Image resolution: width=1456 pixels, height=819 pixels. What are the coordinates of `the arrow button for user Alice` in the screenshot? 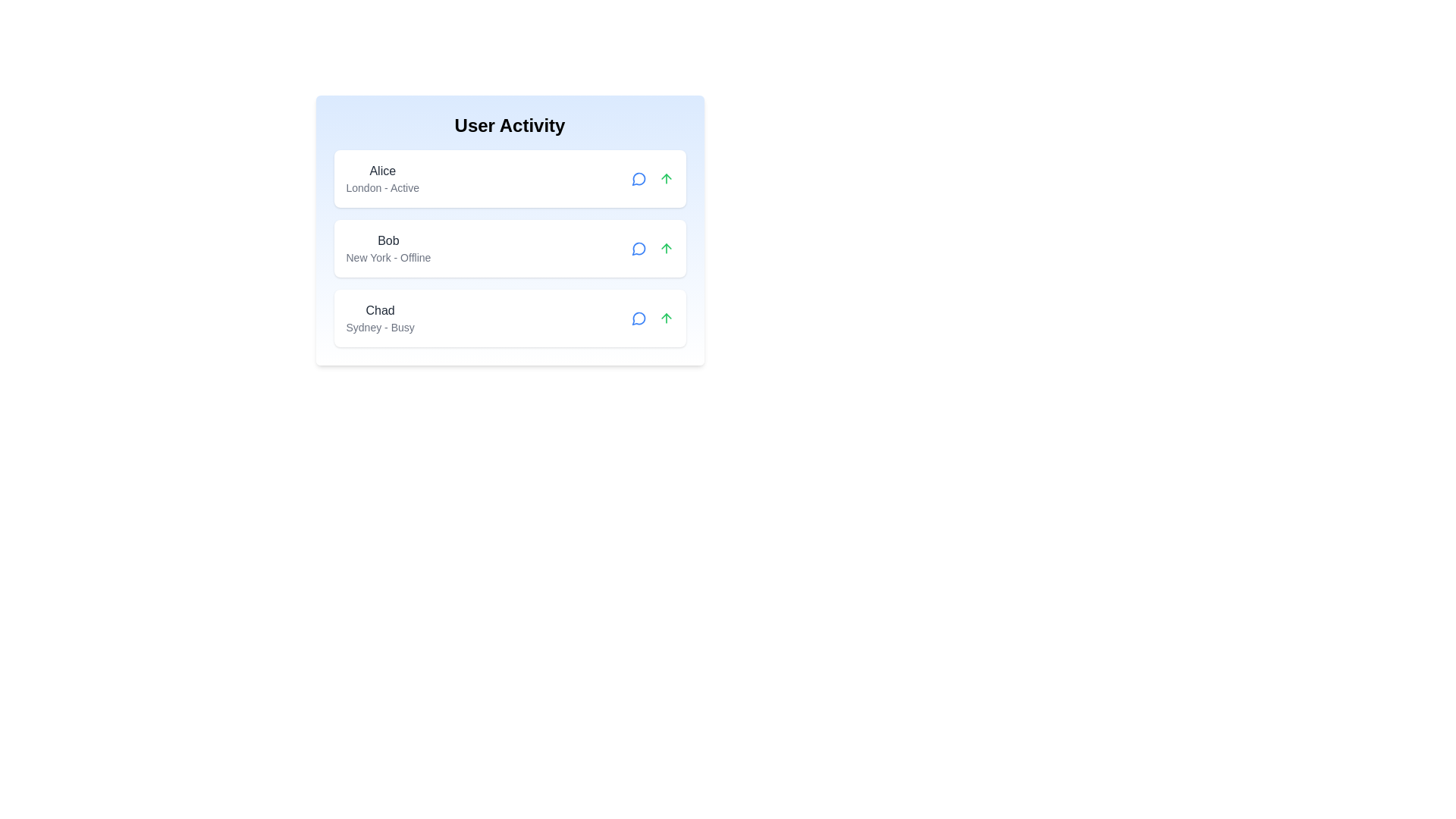 It's located at (666, 177).